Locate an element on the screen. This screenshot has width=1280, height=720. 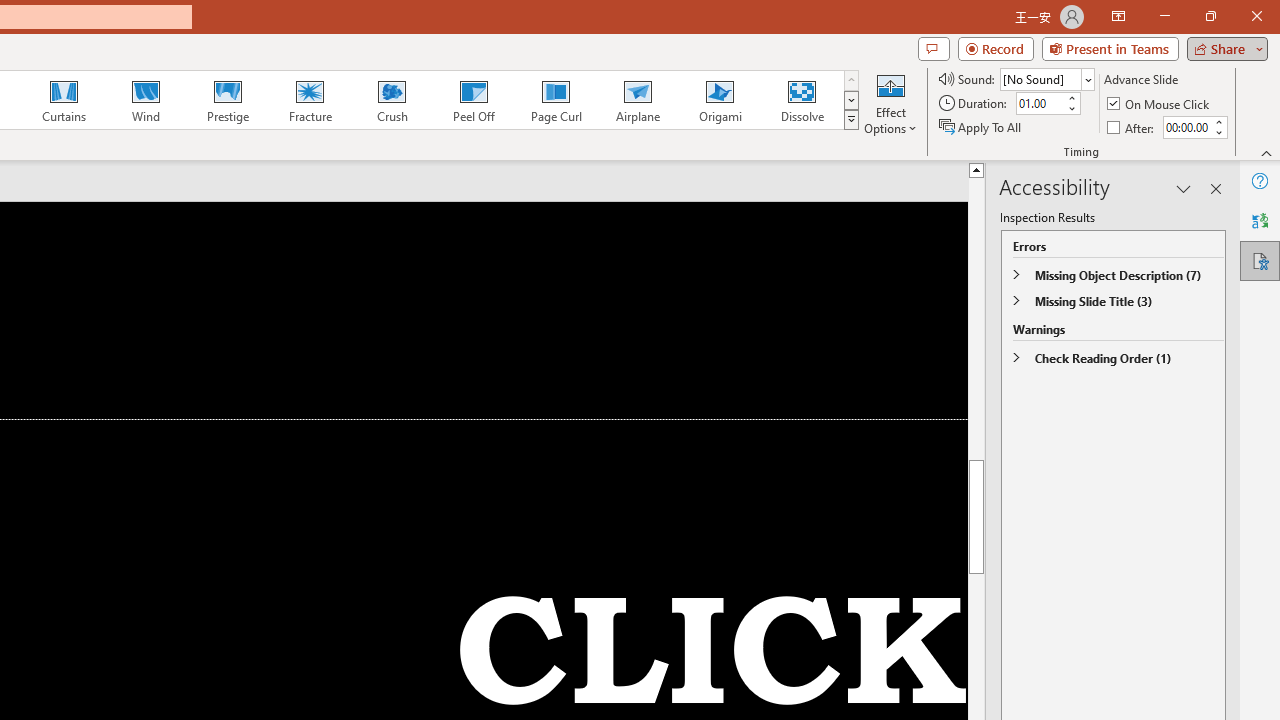
'On Mouse Click' is located at coordinates (1159, 103).